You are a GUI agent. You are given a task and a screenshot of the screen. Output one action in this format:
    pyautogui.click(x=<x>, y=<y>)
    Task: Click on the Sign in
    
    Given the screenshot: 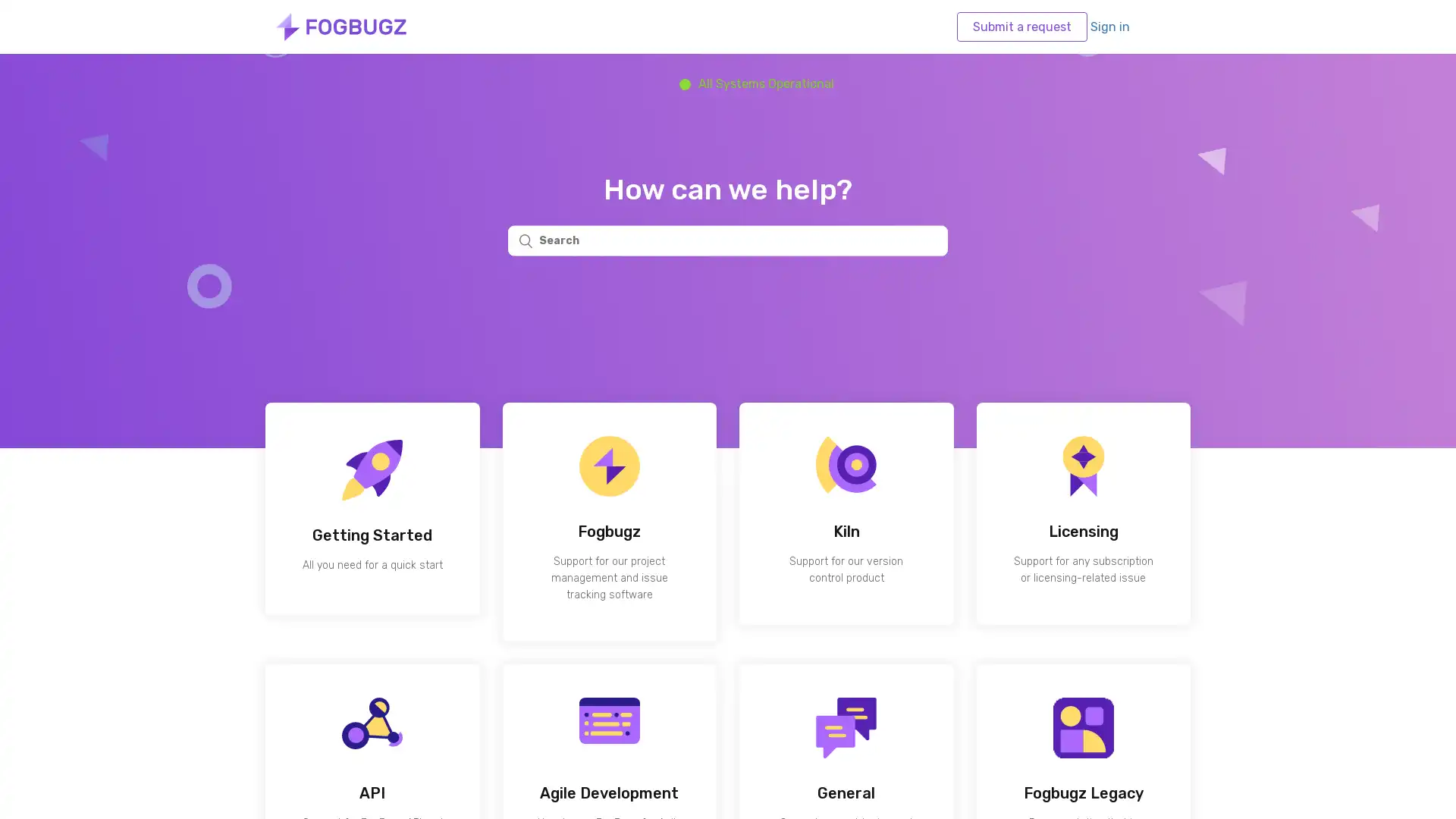 What is the action you would take?
    pyautogui.click(x=1117, y=26)
    